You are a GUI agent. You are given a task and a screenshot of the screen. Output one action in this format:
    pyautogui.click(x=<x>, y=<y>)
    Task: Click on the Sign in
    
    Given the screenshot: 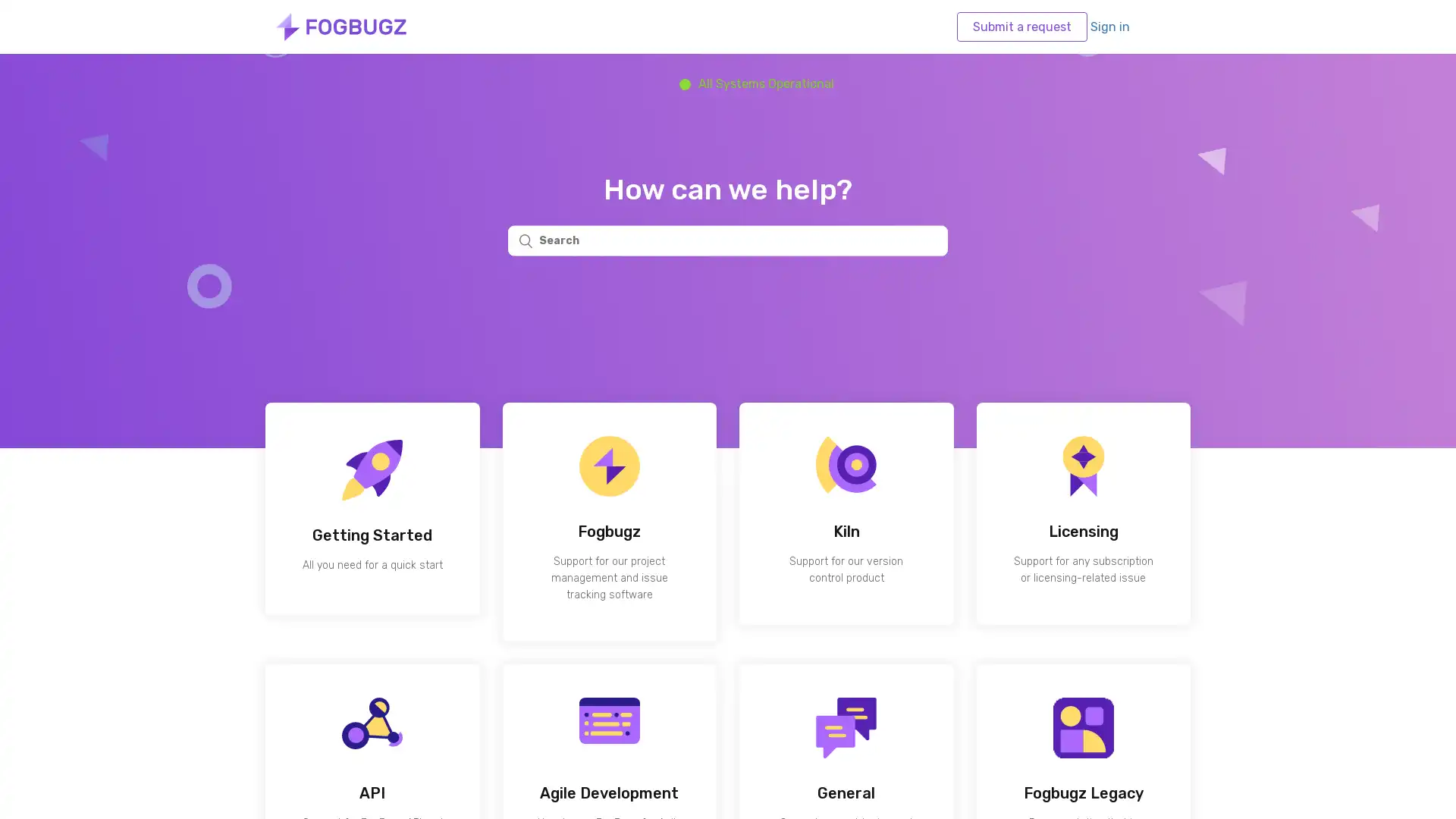 What is the action you would take?
    pyautogui.click(x=1117, y=26)
    